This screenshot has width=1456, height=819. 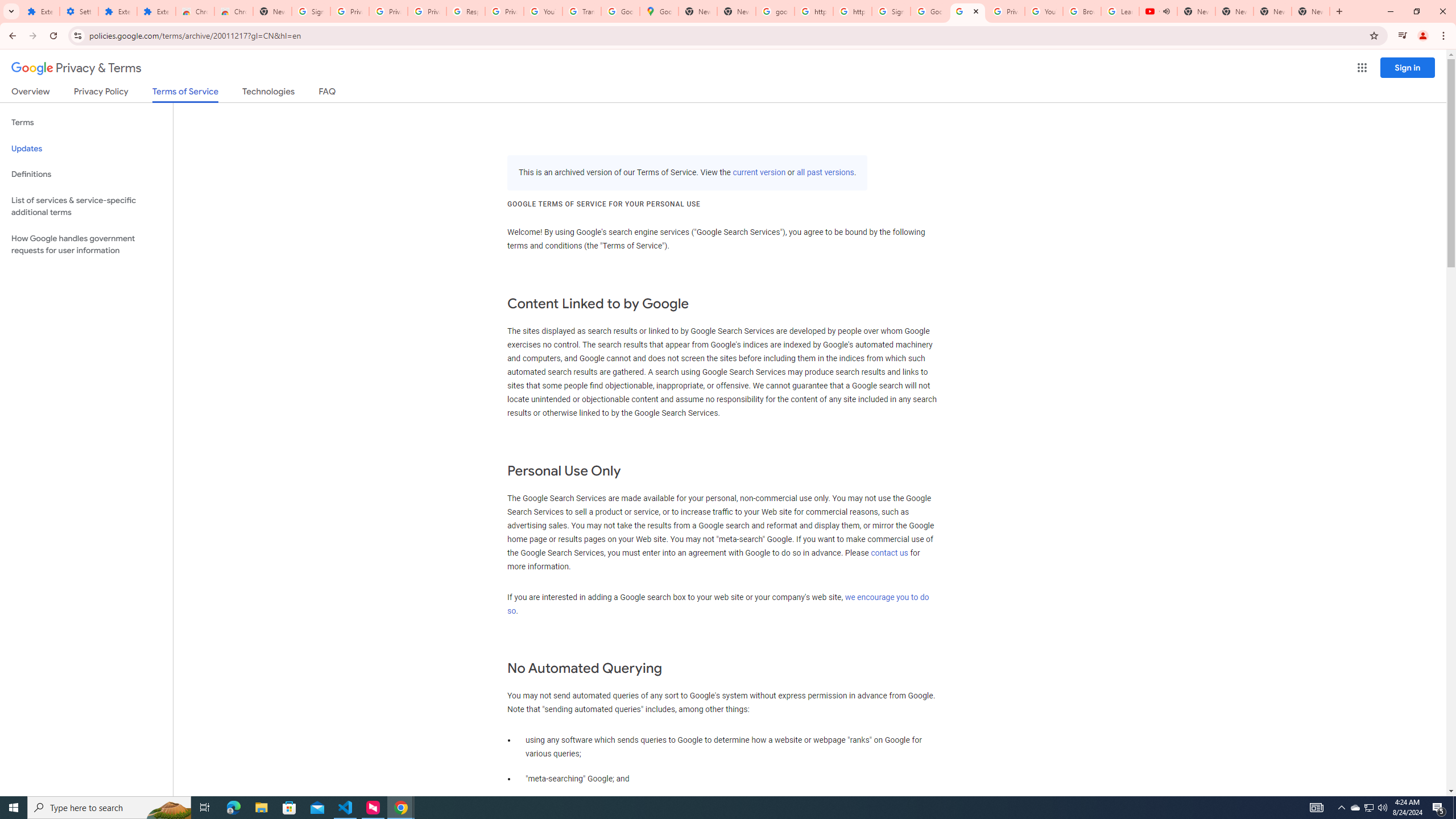 What do you see at coordinates (1403, 35) in the screenshot?
I see `'Control your music, videos, and more'` at bounding box center [1403, 35].